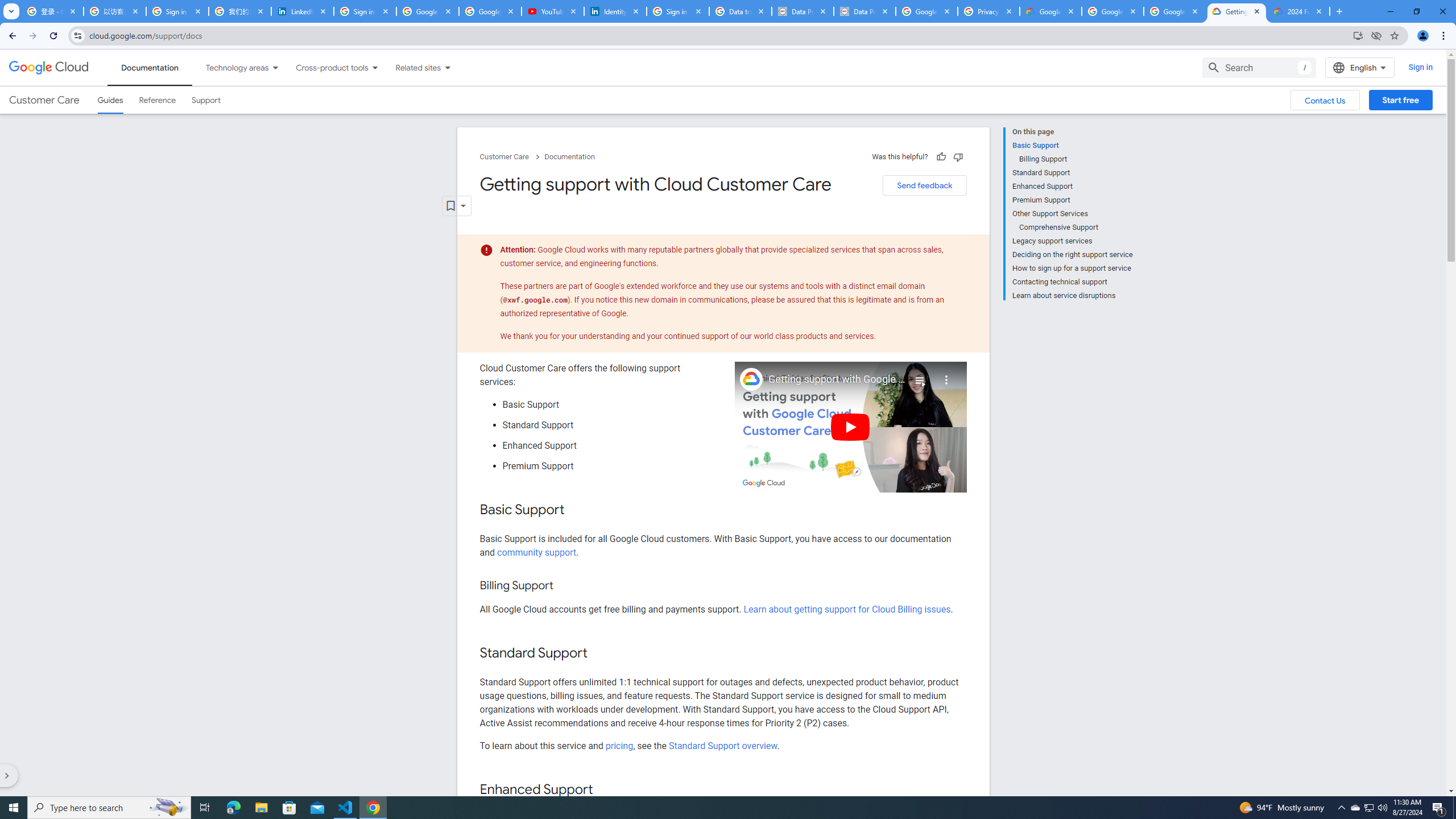 The height and width of the screenshot is (819, 1456). Describe the element at coordinates (1358, 35) in the screenshot. I see `'Install Google Cloud'` at that location.